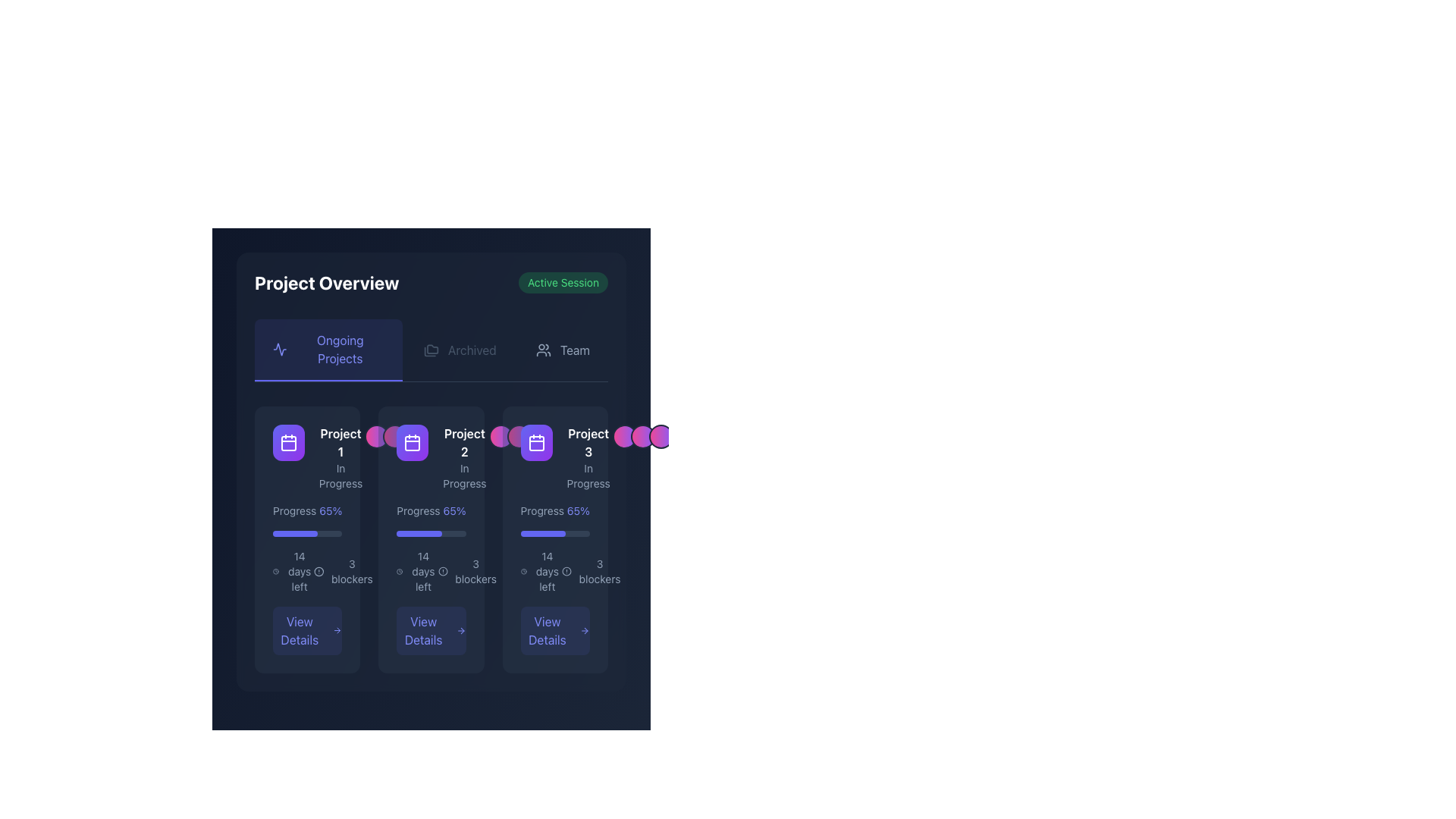 Image resolution: width=1456 pixels, height=819 pixels. What do you see at coordinates (423, 631) in the screenshot?
I see `the text label within the button located at the bottom-middle of the card representing 'Project 2'` at bounding box center [423, 631].